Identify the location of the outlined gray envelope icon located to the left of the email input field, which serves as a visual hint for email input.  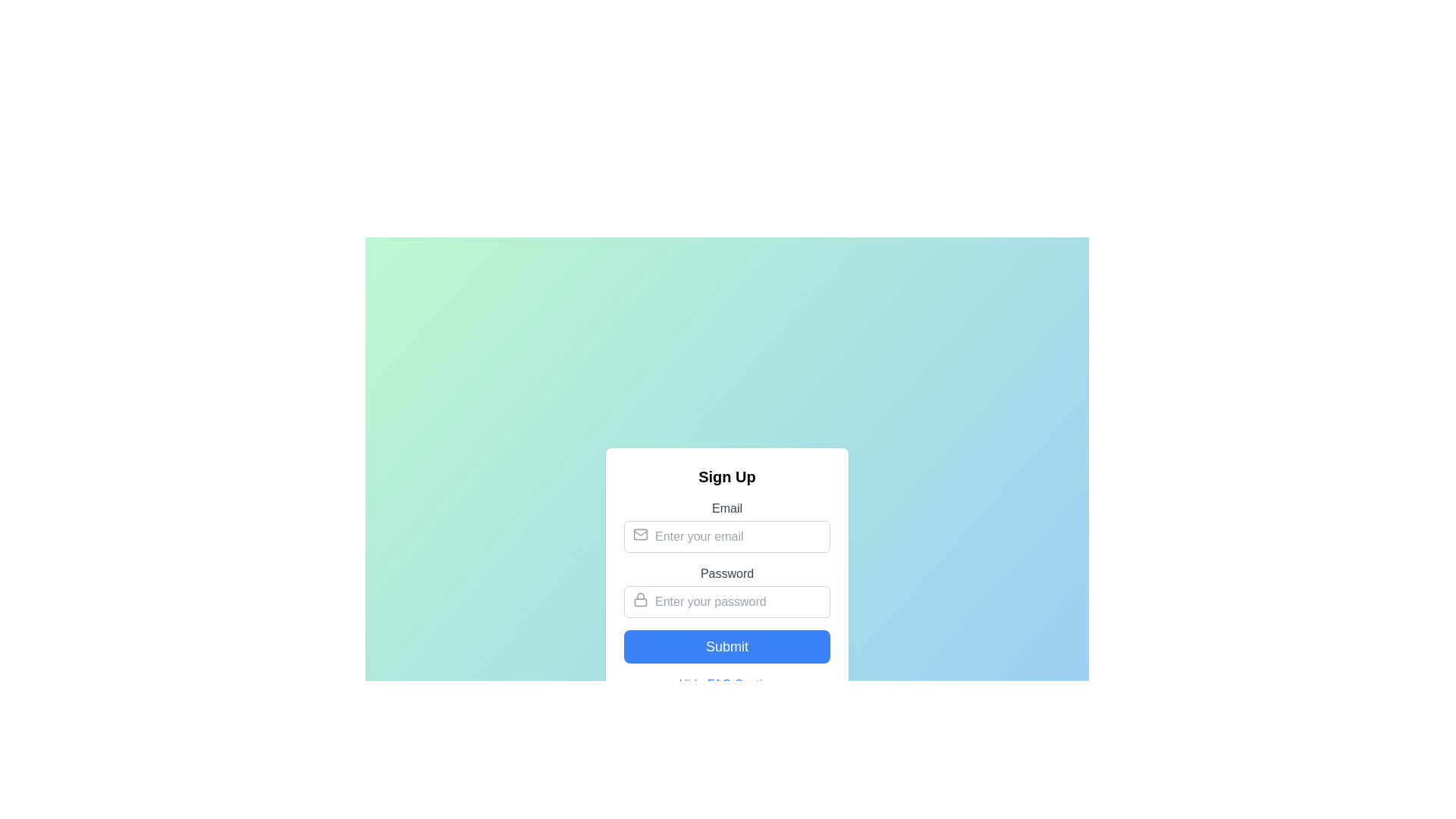
(640, 534).